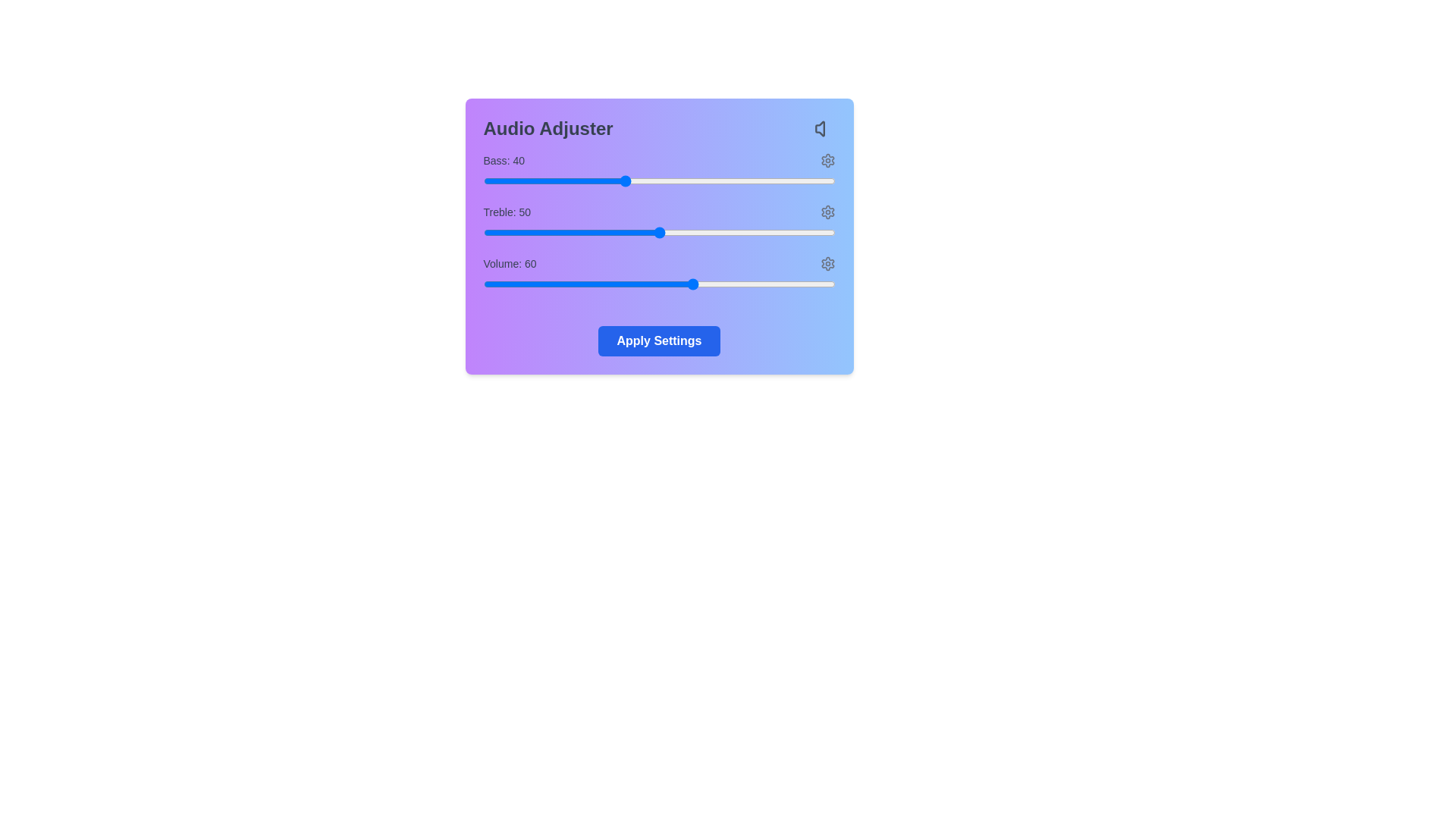  What do you see at coordinates (659, 233) in the screenshot?
I see `the treble range slider, which is the second element` at bounding box center [659, 233].